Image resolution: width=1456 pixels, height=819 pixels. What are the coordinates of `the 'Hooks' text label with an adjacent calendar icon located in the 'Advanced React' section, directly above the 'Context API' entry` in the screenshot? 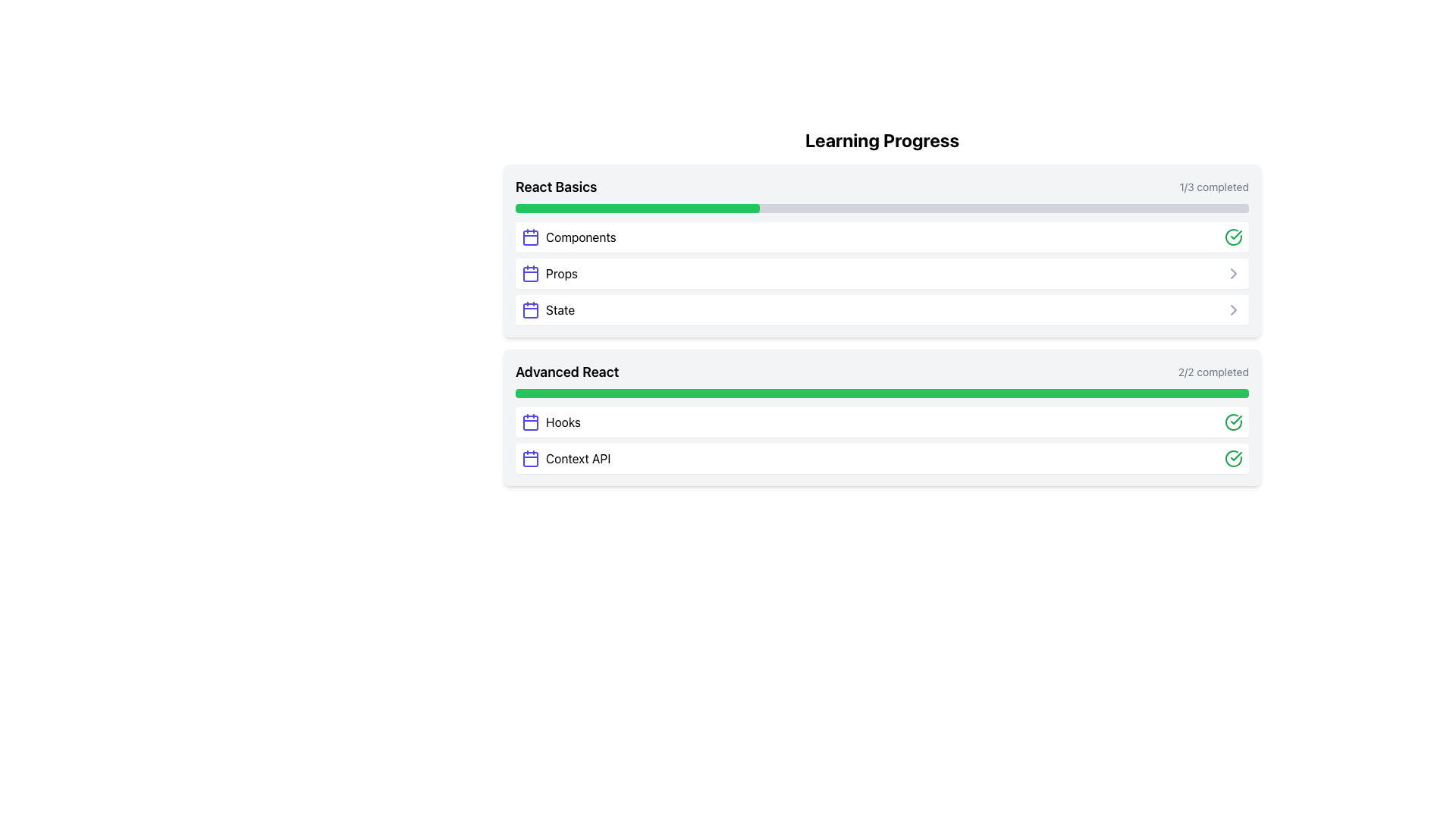 It's located at (550, 422).